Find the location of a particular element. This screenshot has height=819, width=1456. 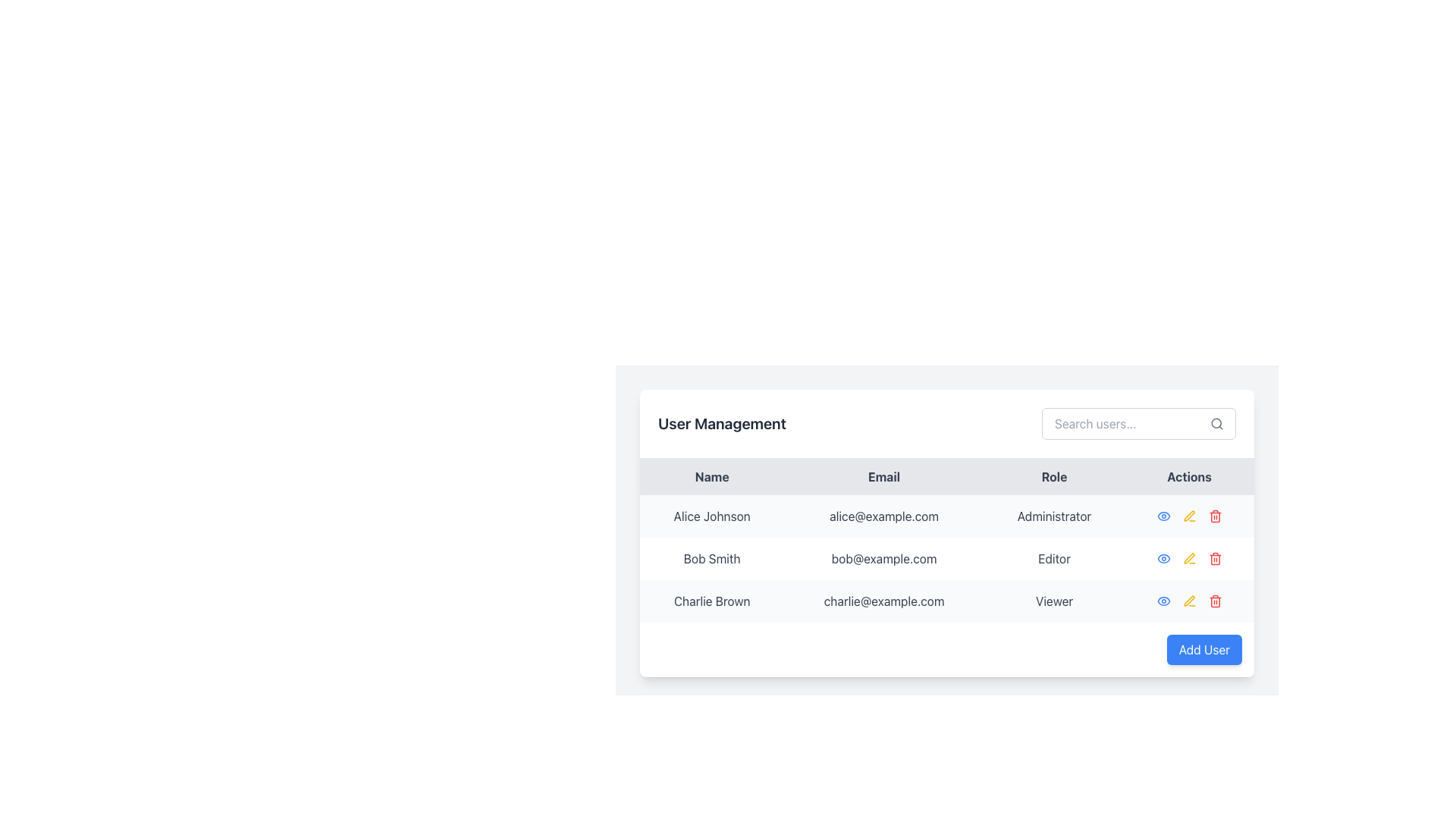

the button located at the bottom-right of the user management panel to change its background color is located at coordinates (1203, 648).